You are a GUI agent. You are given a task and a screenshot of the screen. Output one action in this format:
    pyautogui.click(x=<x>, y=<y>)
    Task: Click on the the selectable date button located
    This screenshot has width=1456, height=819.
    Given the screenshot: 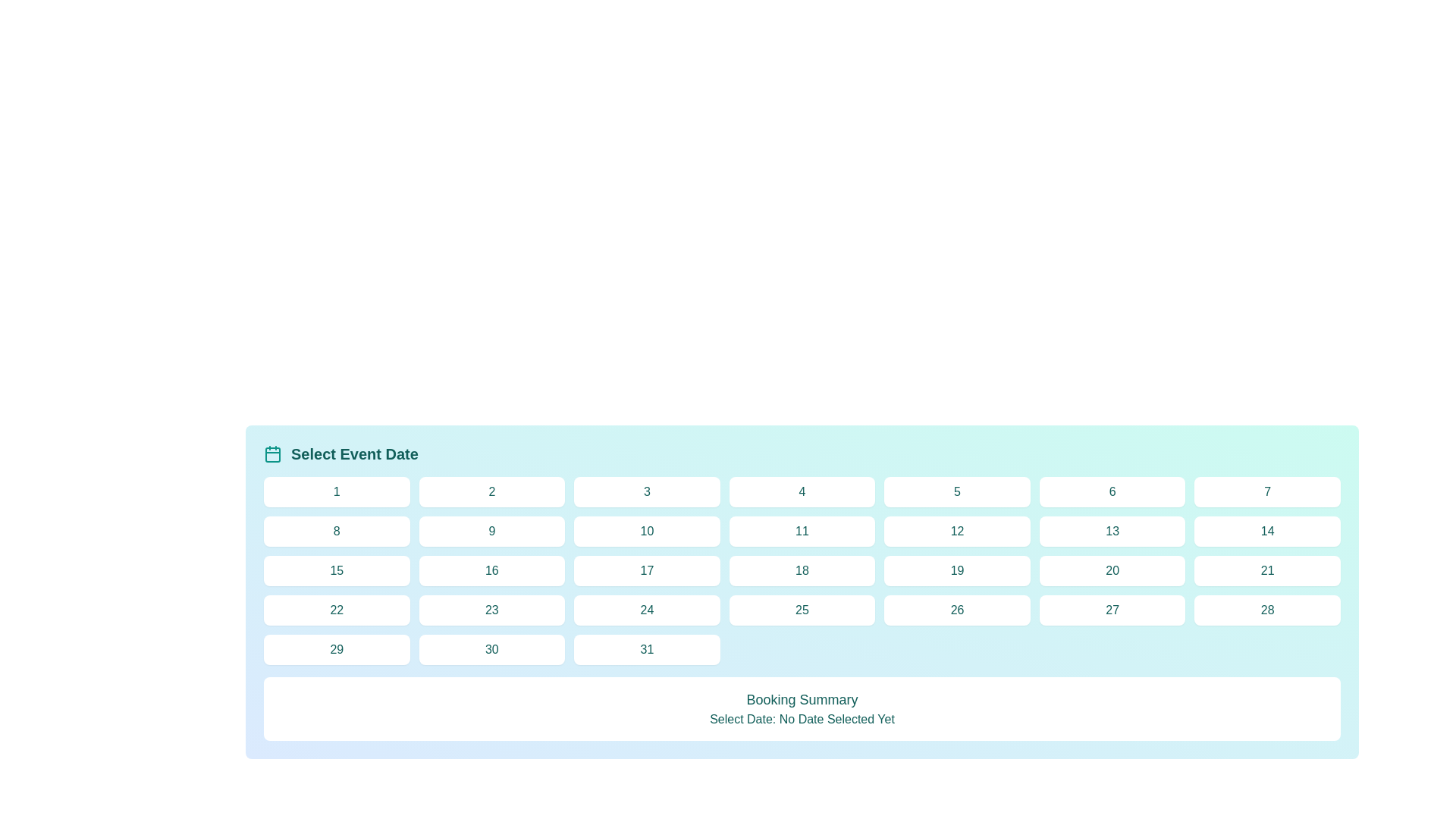 What is the action you would take?
    pyautogui.click(x=1112, y=610)
    